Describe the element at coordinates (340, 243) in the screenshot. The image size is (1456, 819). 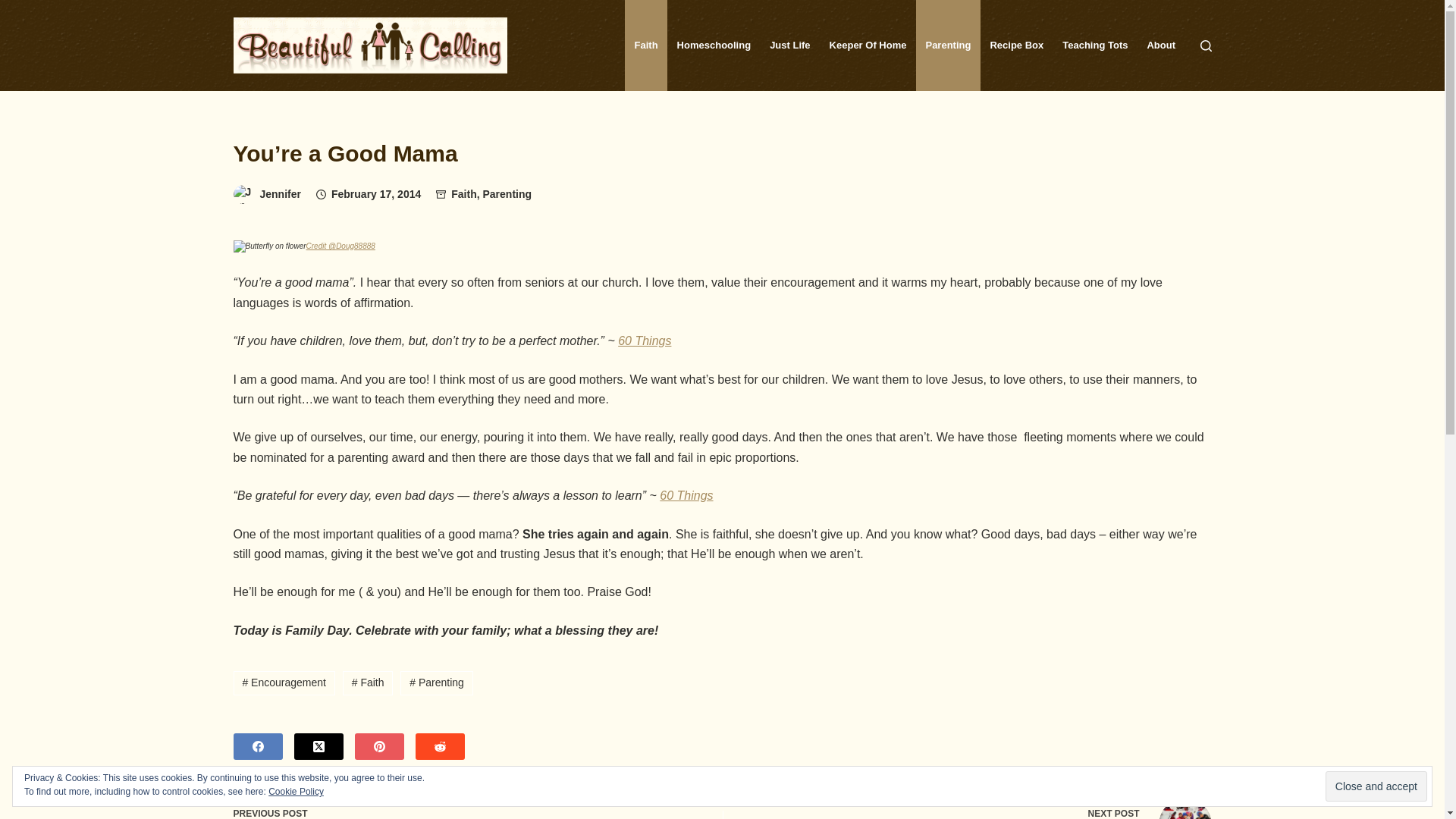
I see `'Credit @Doug88888'` at that location.